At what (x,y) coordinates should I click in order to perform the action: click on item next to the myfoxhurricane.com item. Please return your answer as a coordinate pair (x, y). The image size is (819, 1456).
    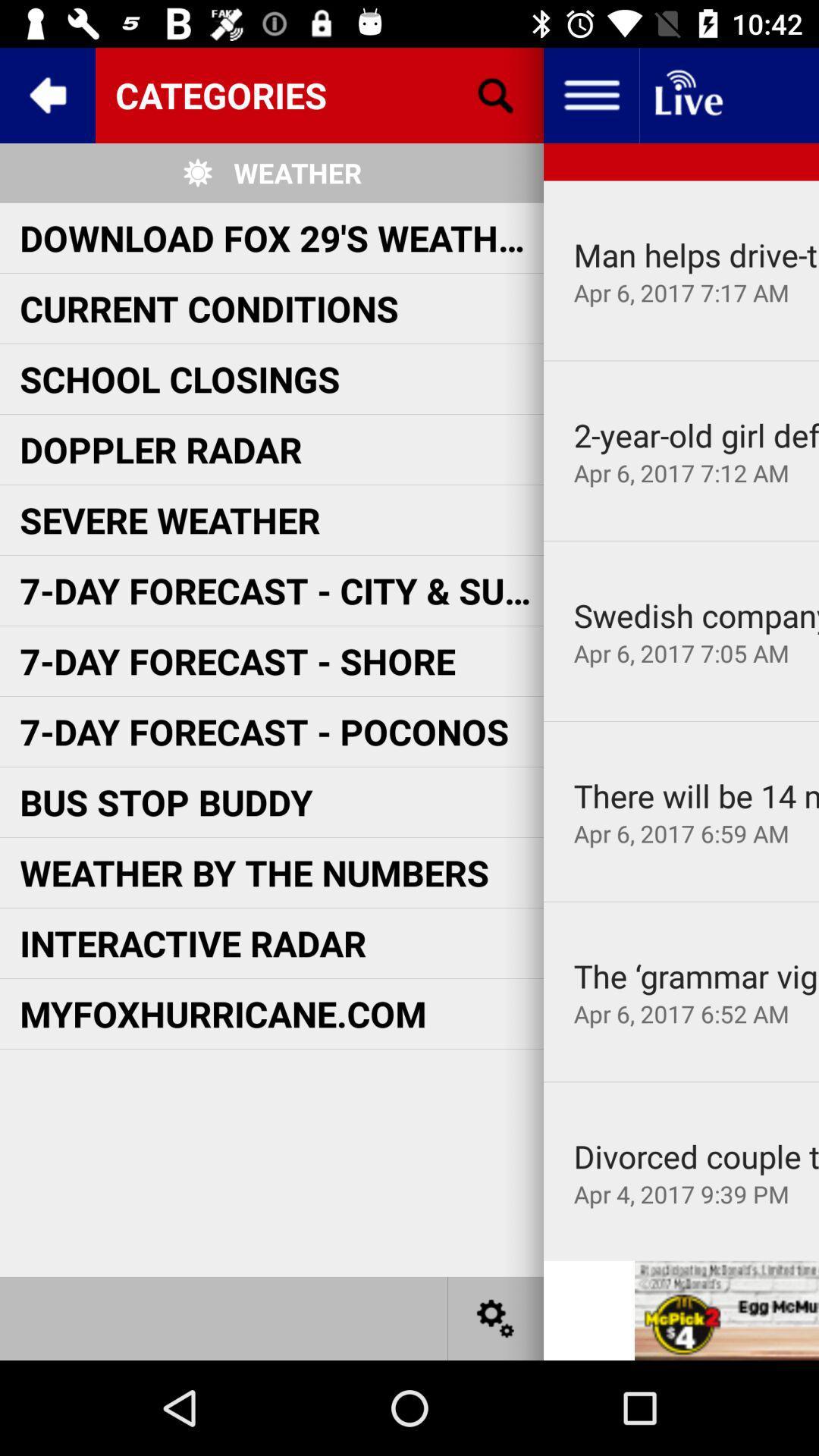
    Looking at the image, I should click on (696, 975).